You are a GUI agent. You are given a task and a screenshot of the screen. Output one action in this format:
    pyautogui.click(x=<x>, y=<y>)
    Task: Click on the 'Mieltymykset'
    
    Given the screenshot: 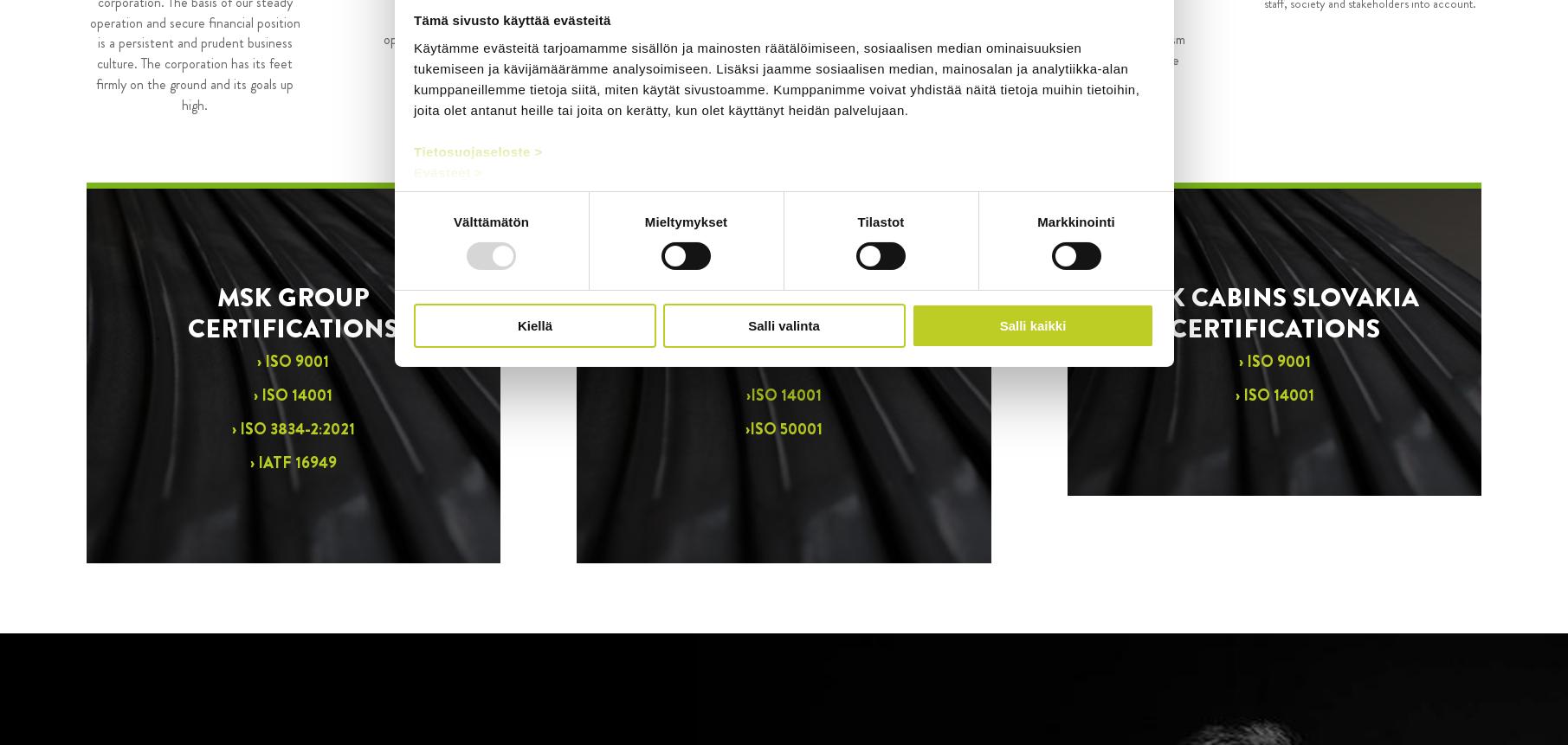 What is the action you would take?
    pyautogui.click(x=684, y=221)
    